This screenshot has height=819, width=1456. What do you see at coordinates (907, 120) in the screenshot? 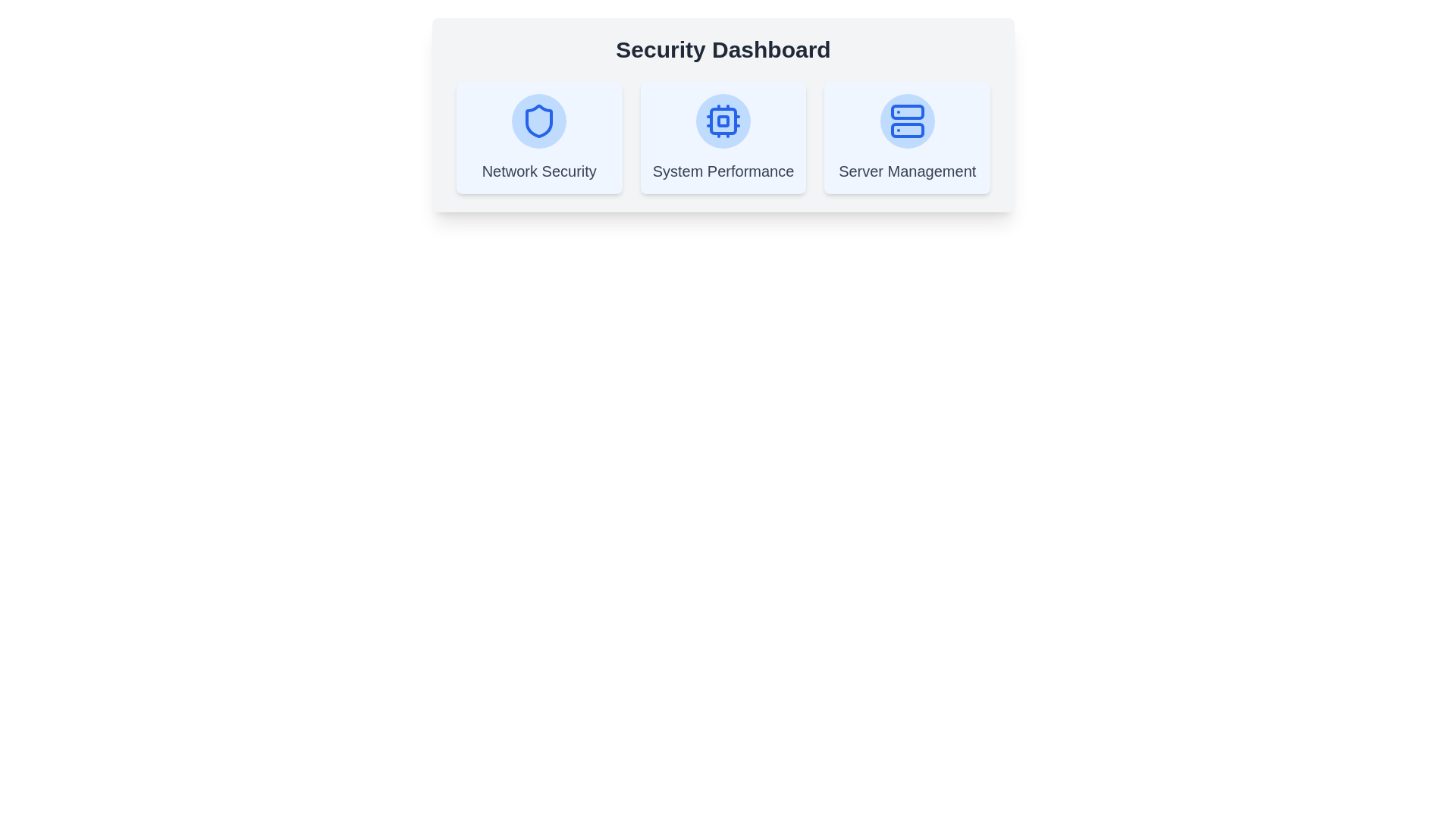
I see `the 'Server Management' icon, which is the main icon displayed in the rightmost card under the 'Security Dashboard' heading` at bounding box center [907, 120].